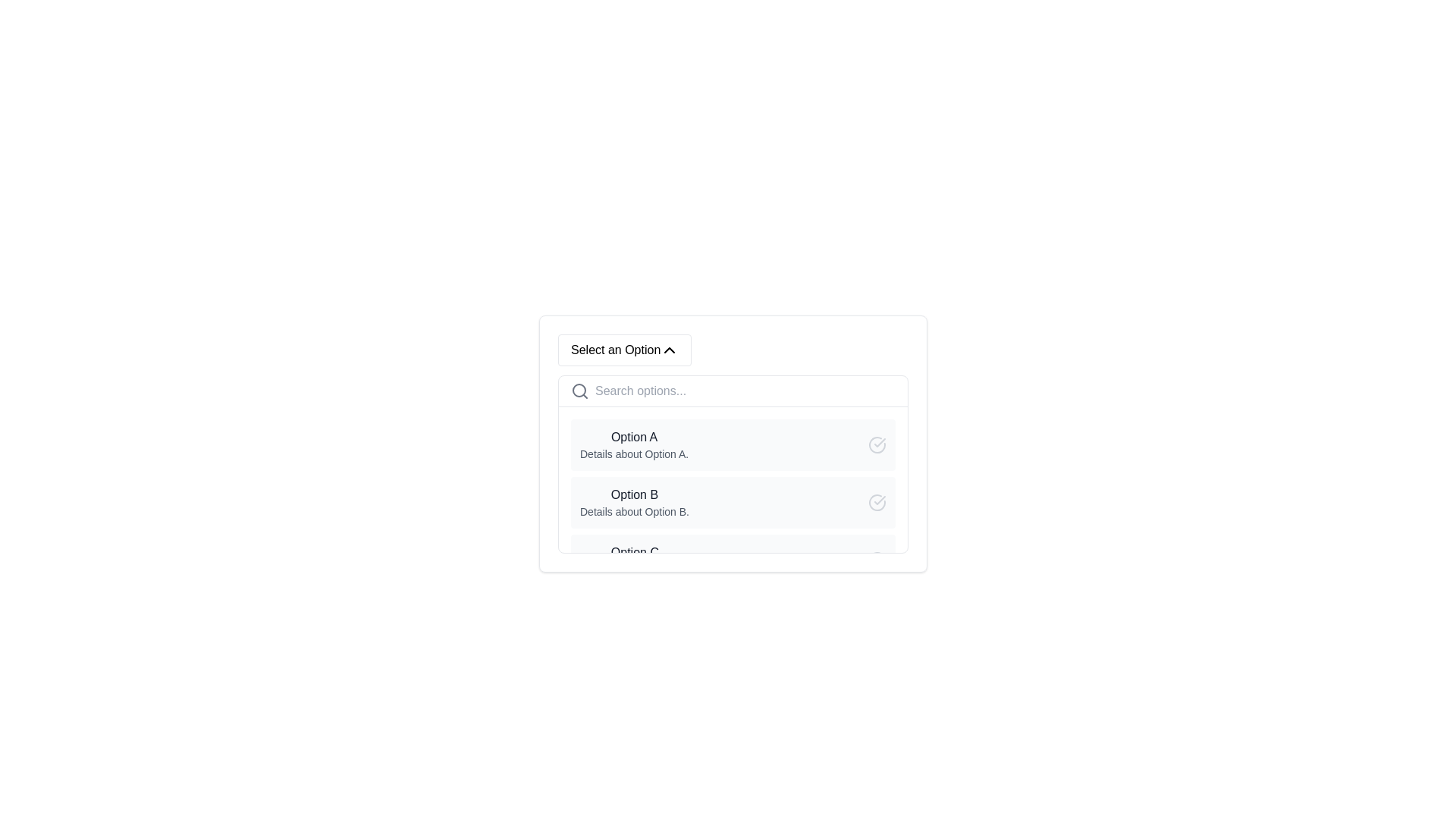  Describe the element at coordinates (579, 391) in the screenshot. I see `the search icon, which is a gray magnifying glass located to the left of the search input field with the placeholder text 'Search options...', in order to initiate a search function` at that location.